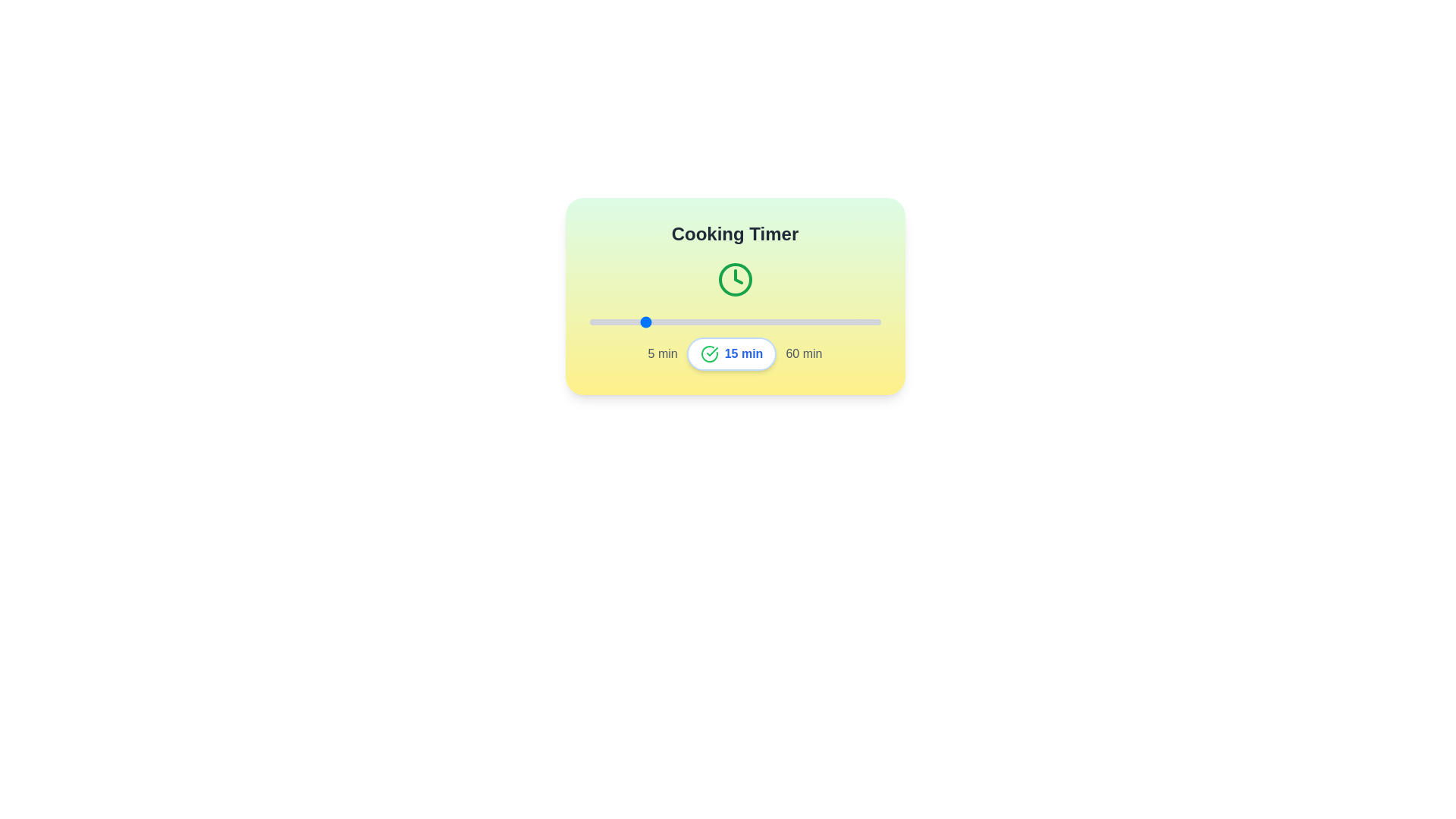 The image size is (1456, 819). I want to click on the text label reading '5 min' which is styled in medium gray font and located below a slider component in the lower part of the interface, so click(663, 353).